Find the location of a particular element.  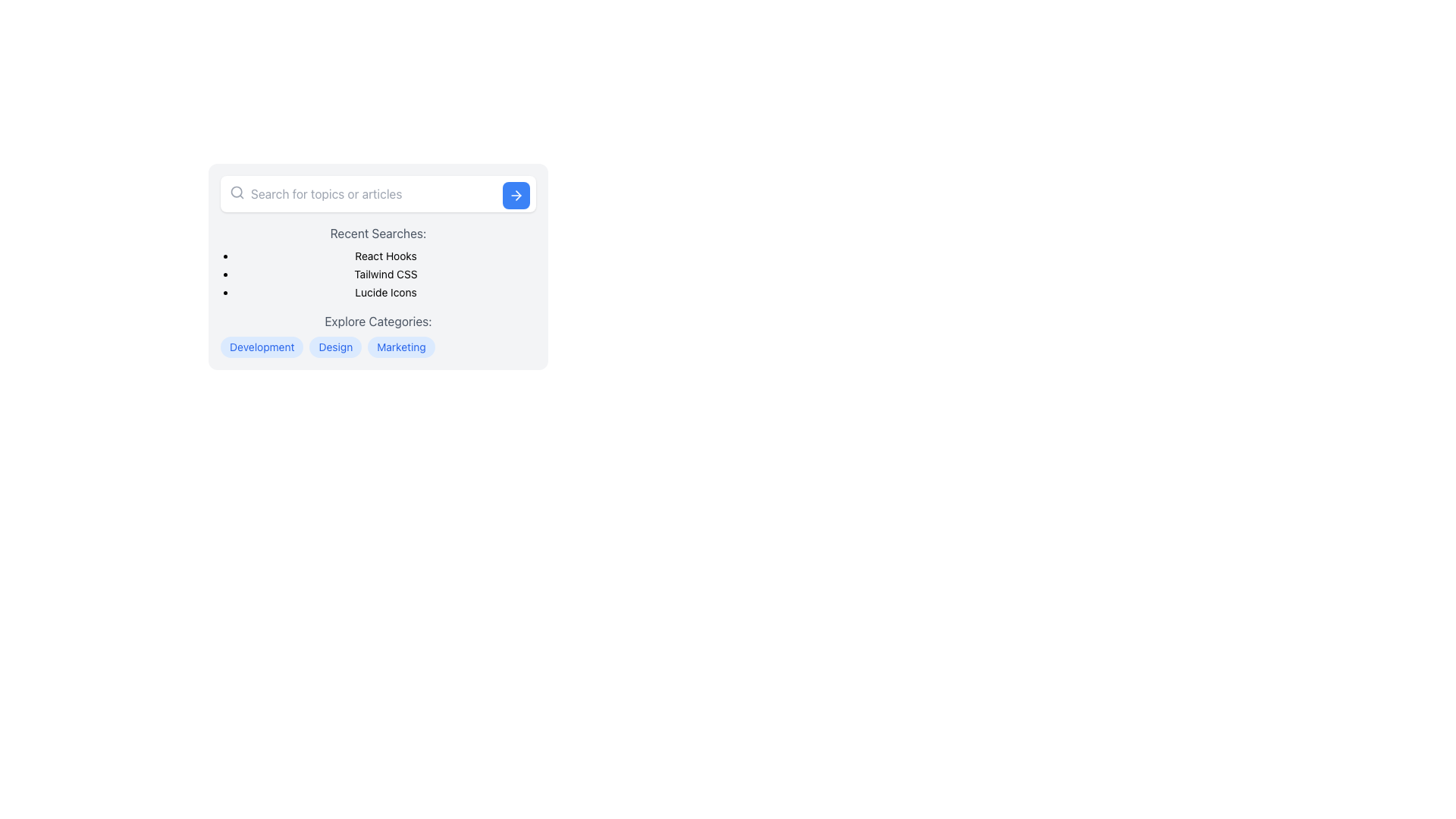

the text display element that shows 'Tailwind CSS', which is the second item in the vertical list of recent searches is located at coordinates (385, 275).